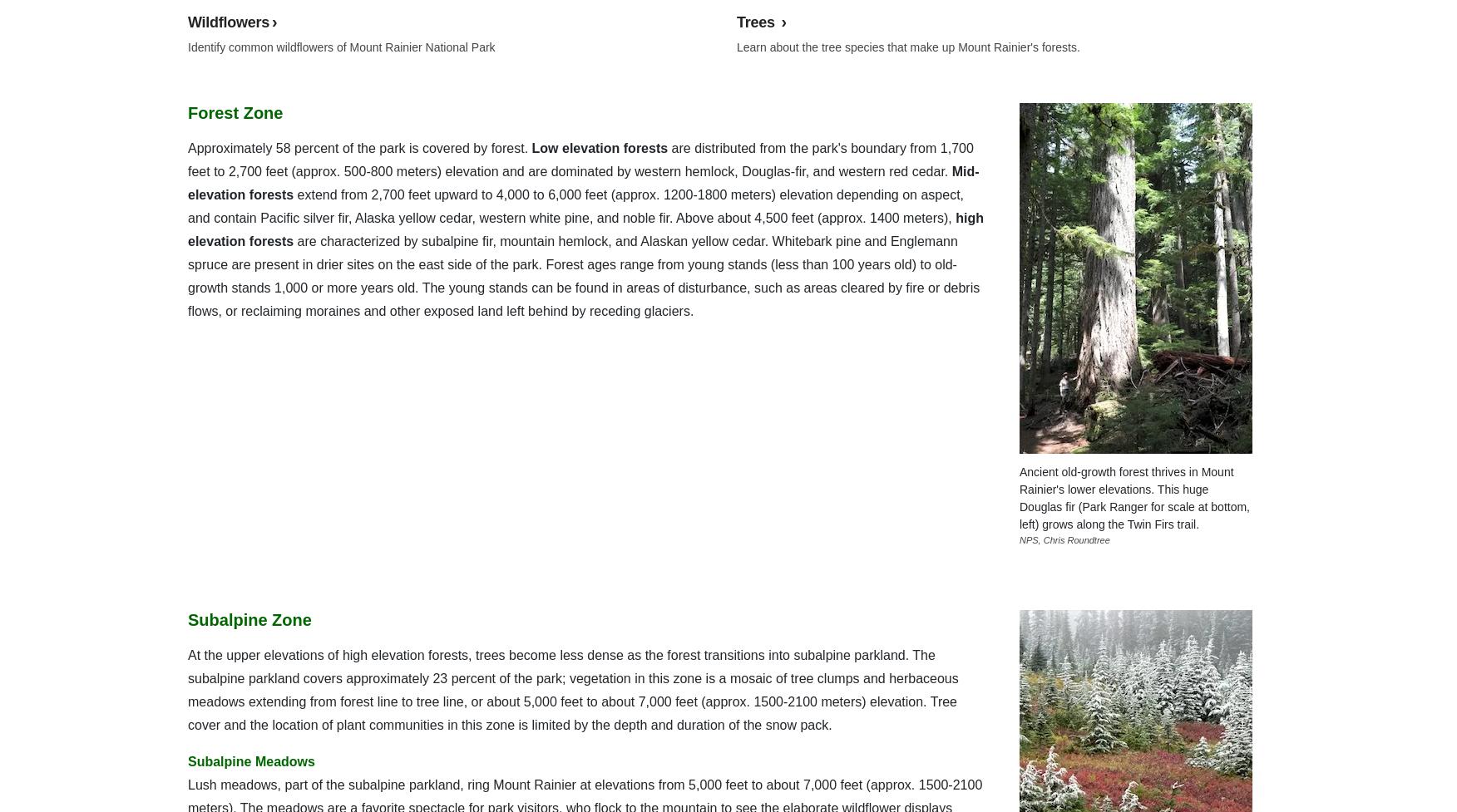 Image resolution: width=1457 pixels, height=812 pixels. What do you see at coordinates (495, 42) in the screenshot?
I see `'Vulnerability Disclosure Policy'` at bounding box center [495, 42].